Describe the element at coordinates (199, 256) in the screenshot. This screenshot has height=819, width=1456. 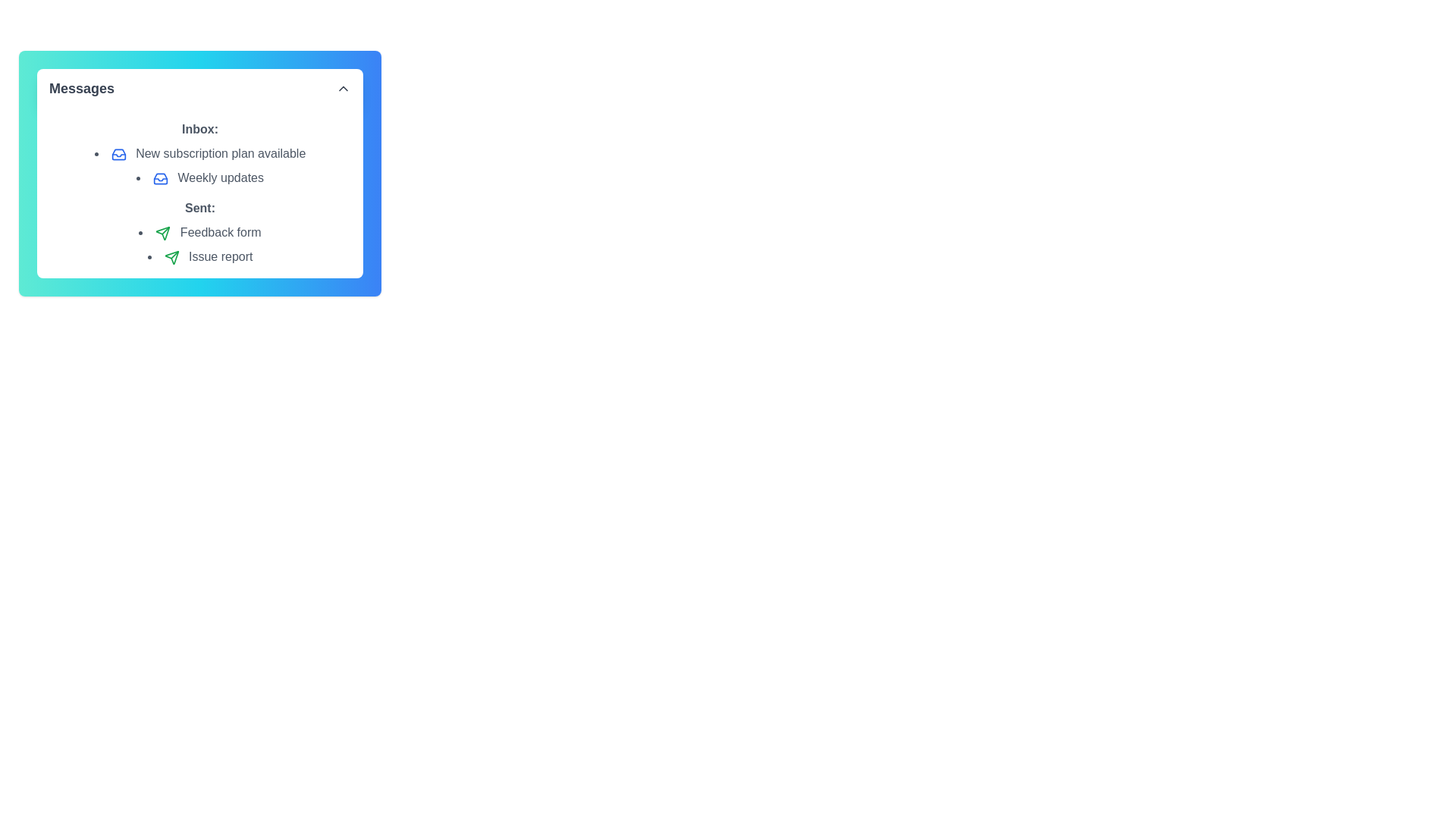
I see `the second list item under the 'Sent' category in the 'Messages' section` at that location.